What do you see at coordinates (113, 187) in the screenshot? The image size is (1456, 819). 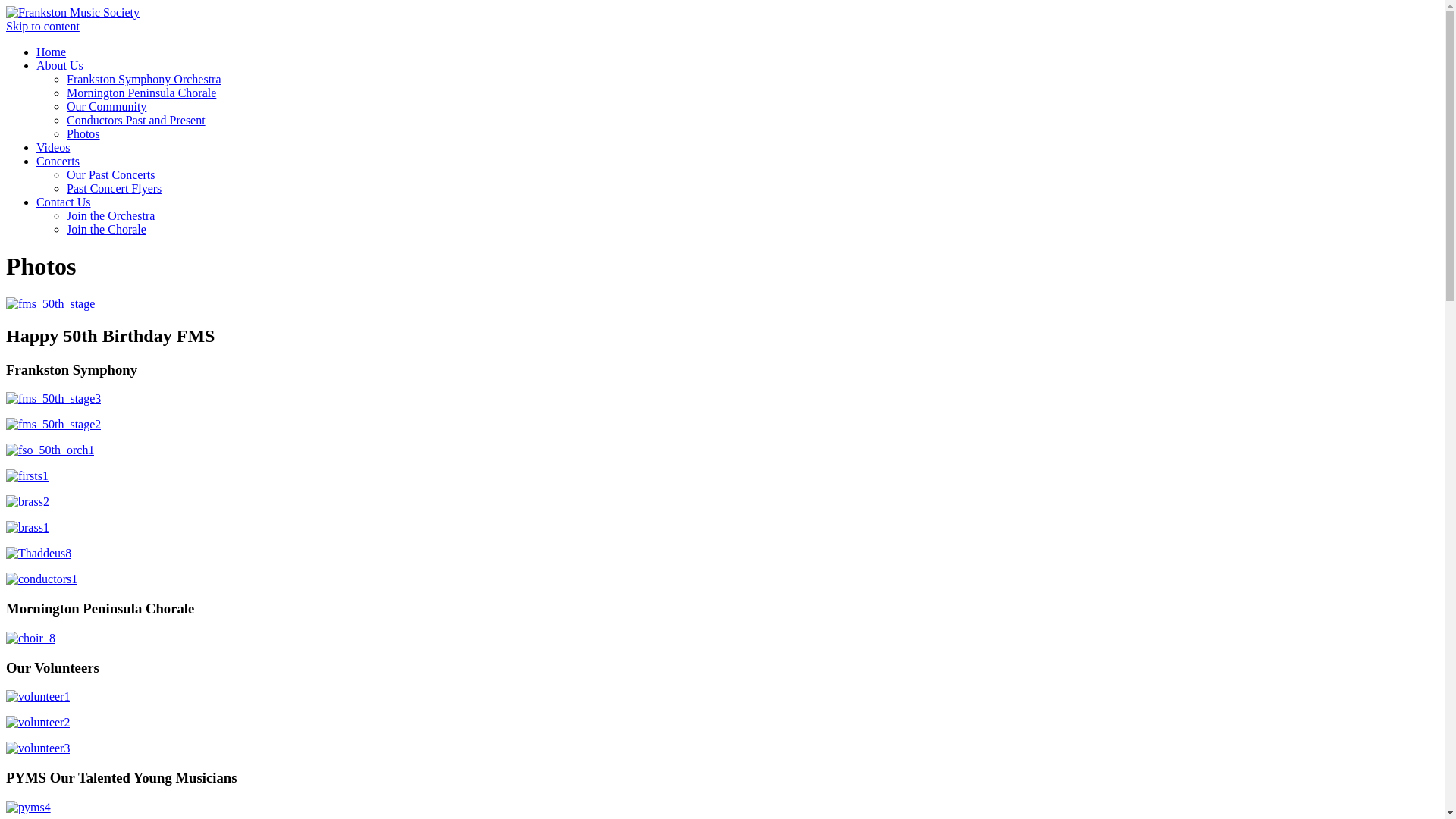 I see `'Past Concert Flyers'` at bounding box center [113, 187].